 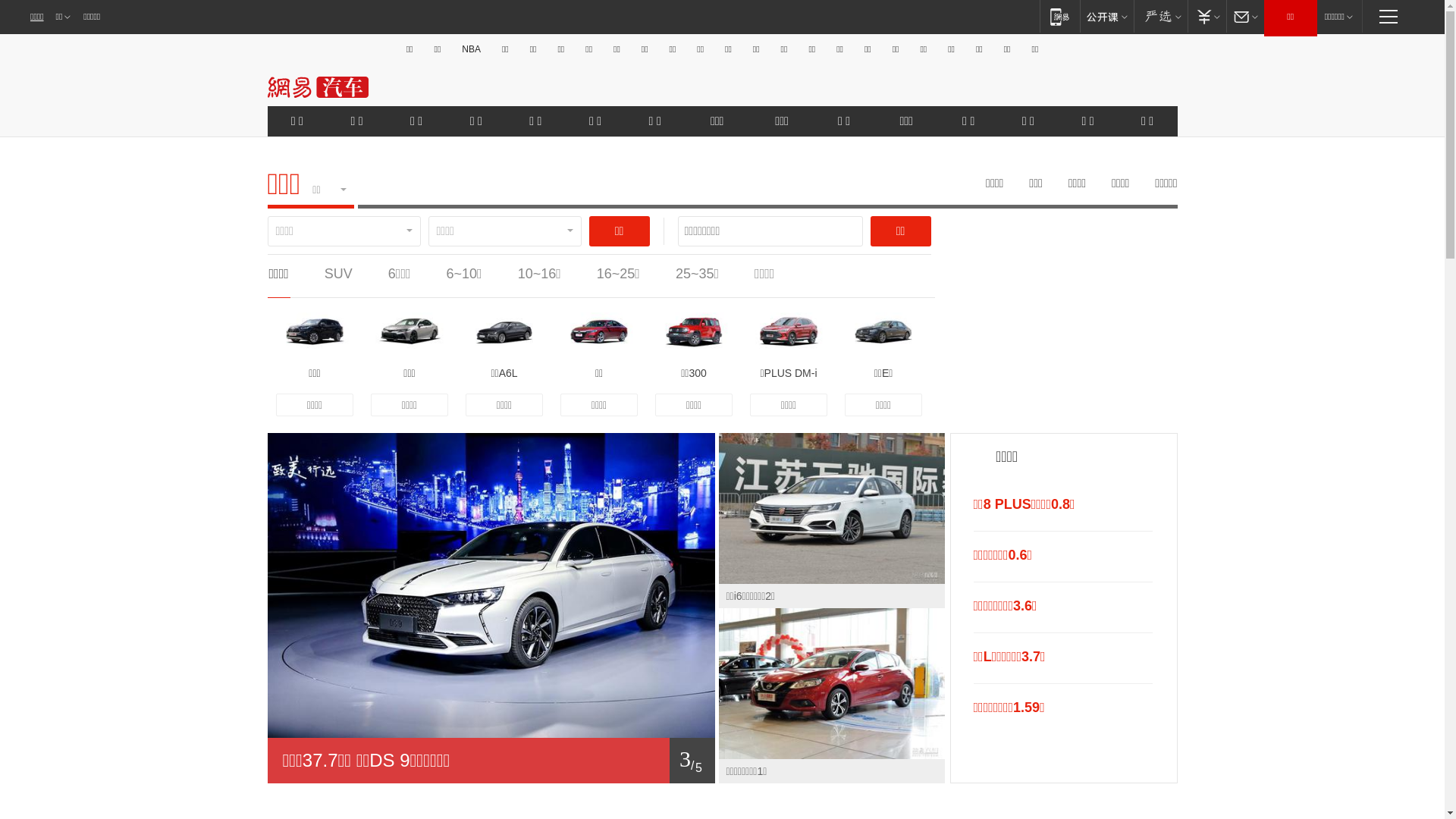 I want to click on 'SUV', so click(x=337, y=274).